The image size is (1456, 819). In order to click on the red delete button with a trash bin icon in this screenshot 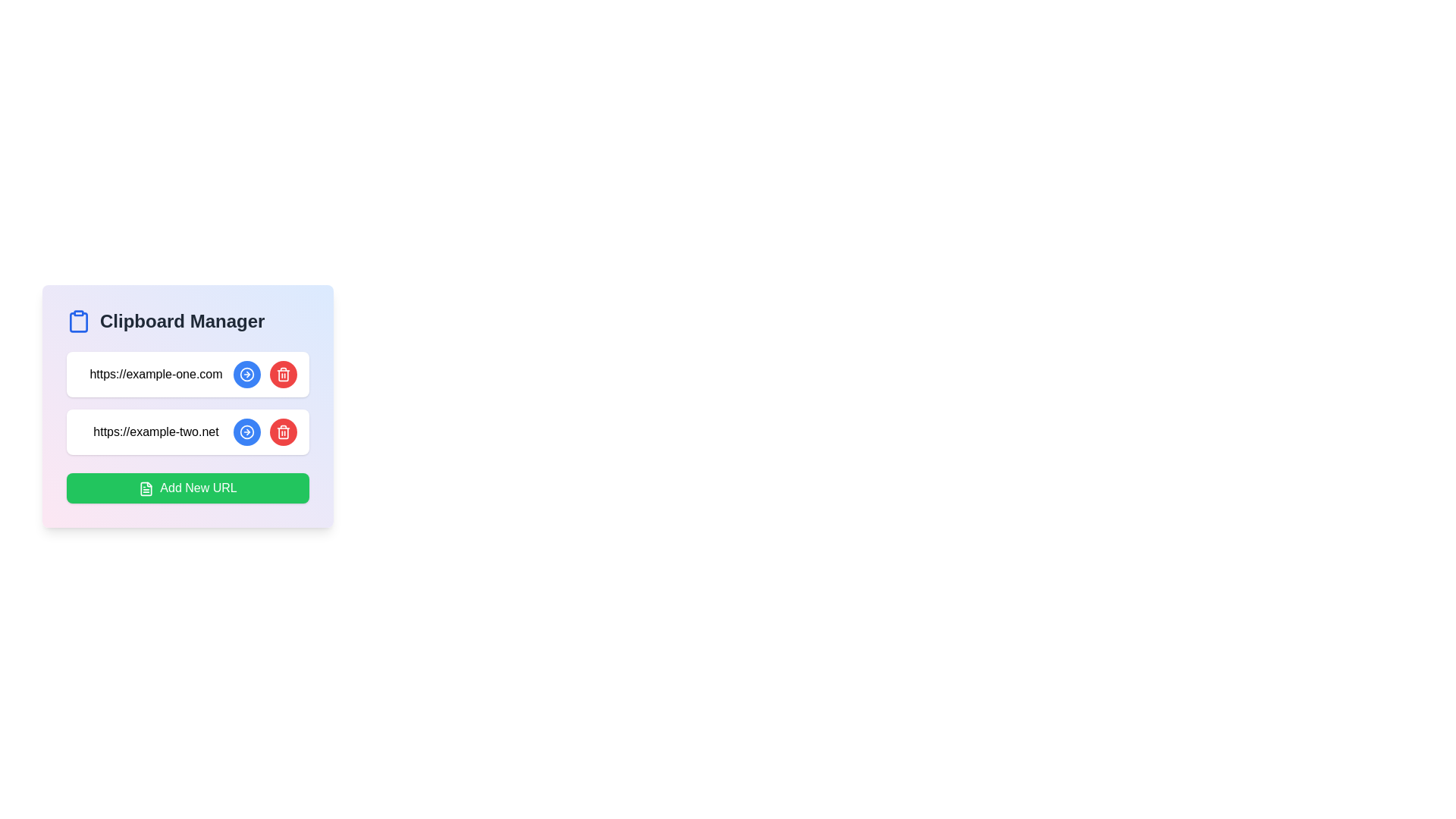, I will do `click(265, 432)`.